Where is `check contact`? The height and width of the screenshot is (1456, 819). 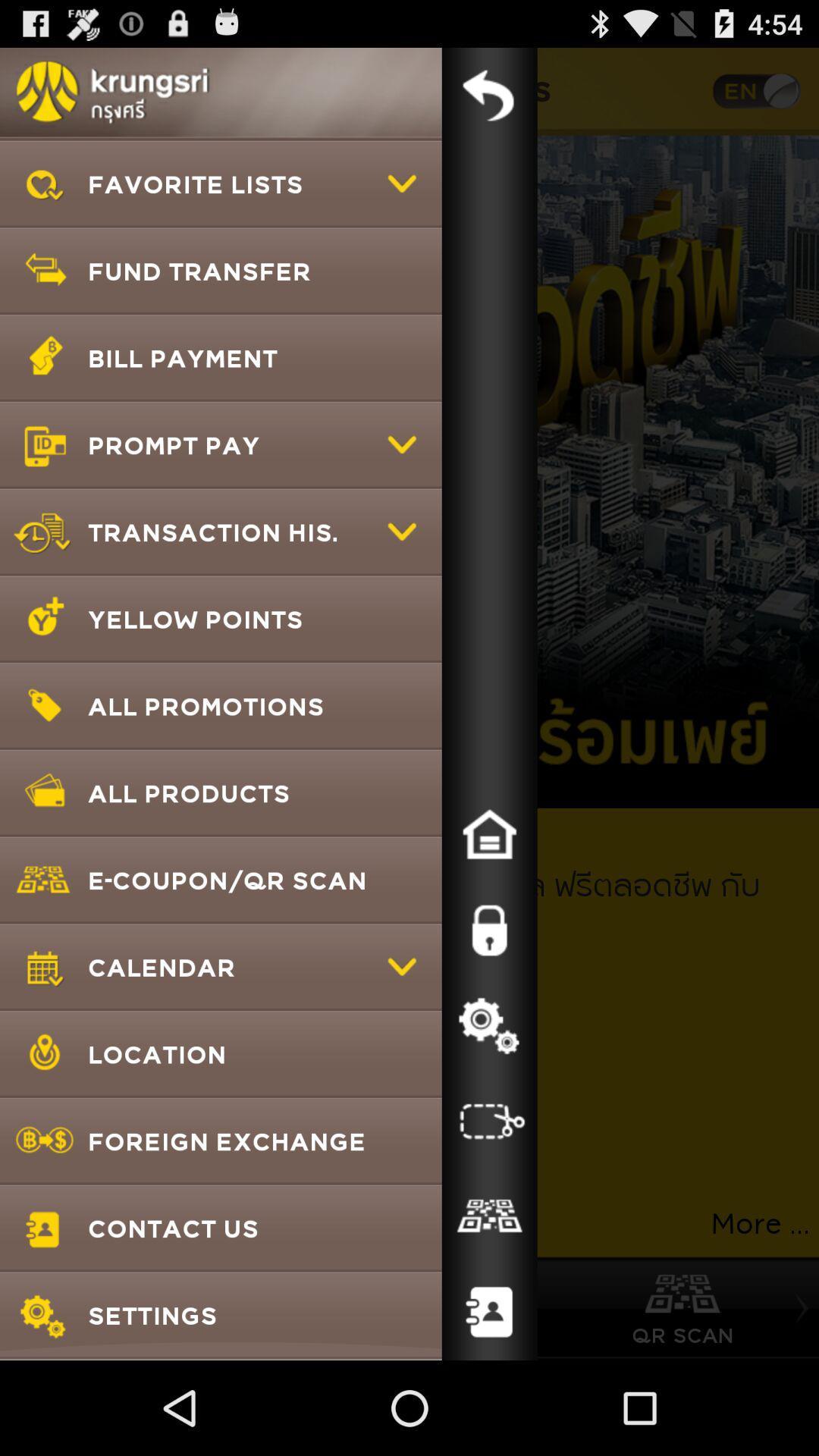 check contact is located at coordinates (489, 1216).